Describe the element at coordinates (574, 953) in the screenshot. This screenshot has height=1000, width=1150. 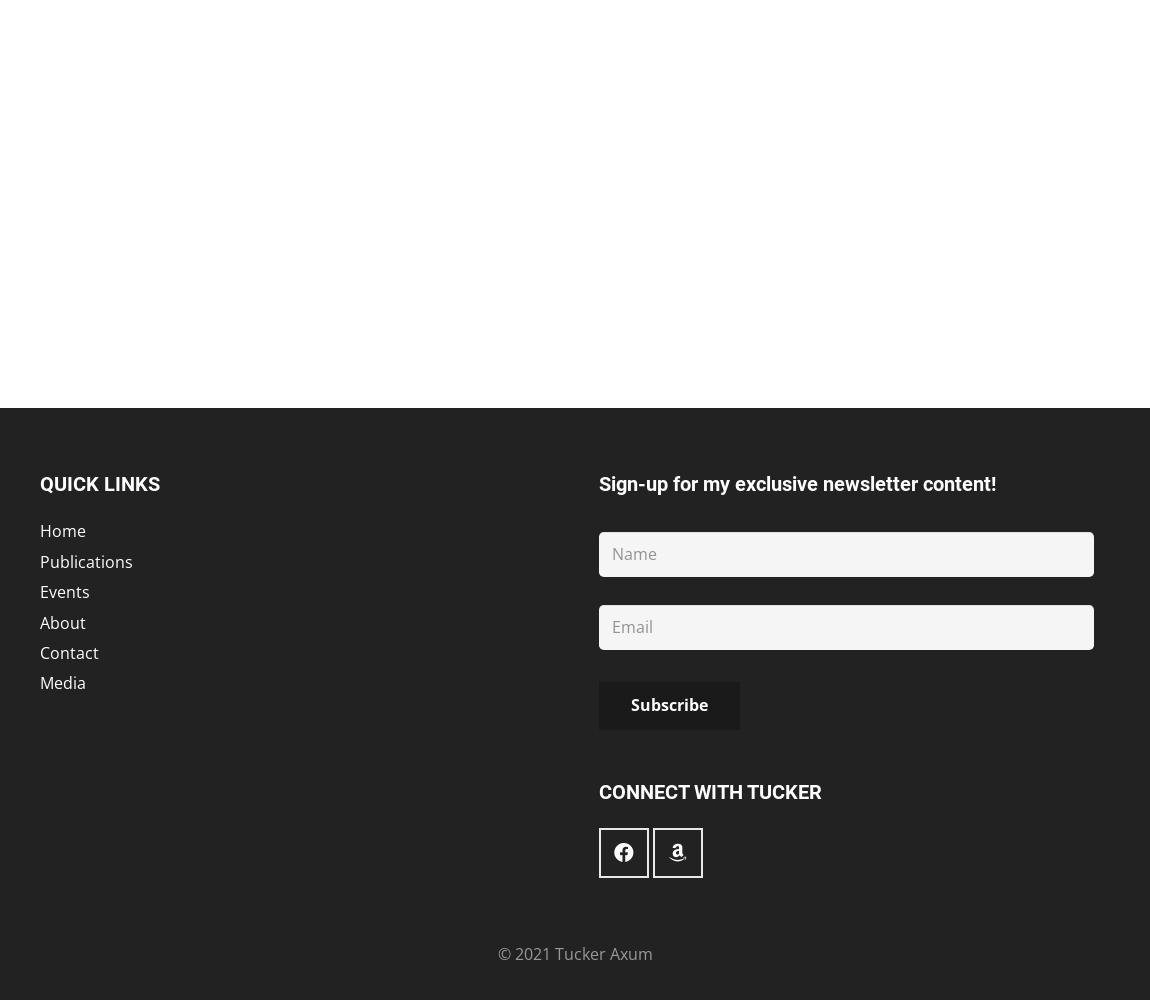
I see `'© 2021 Tucker Axum'` at that location.